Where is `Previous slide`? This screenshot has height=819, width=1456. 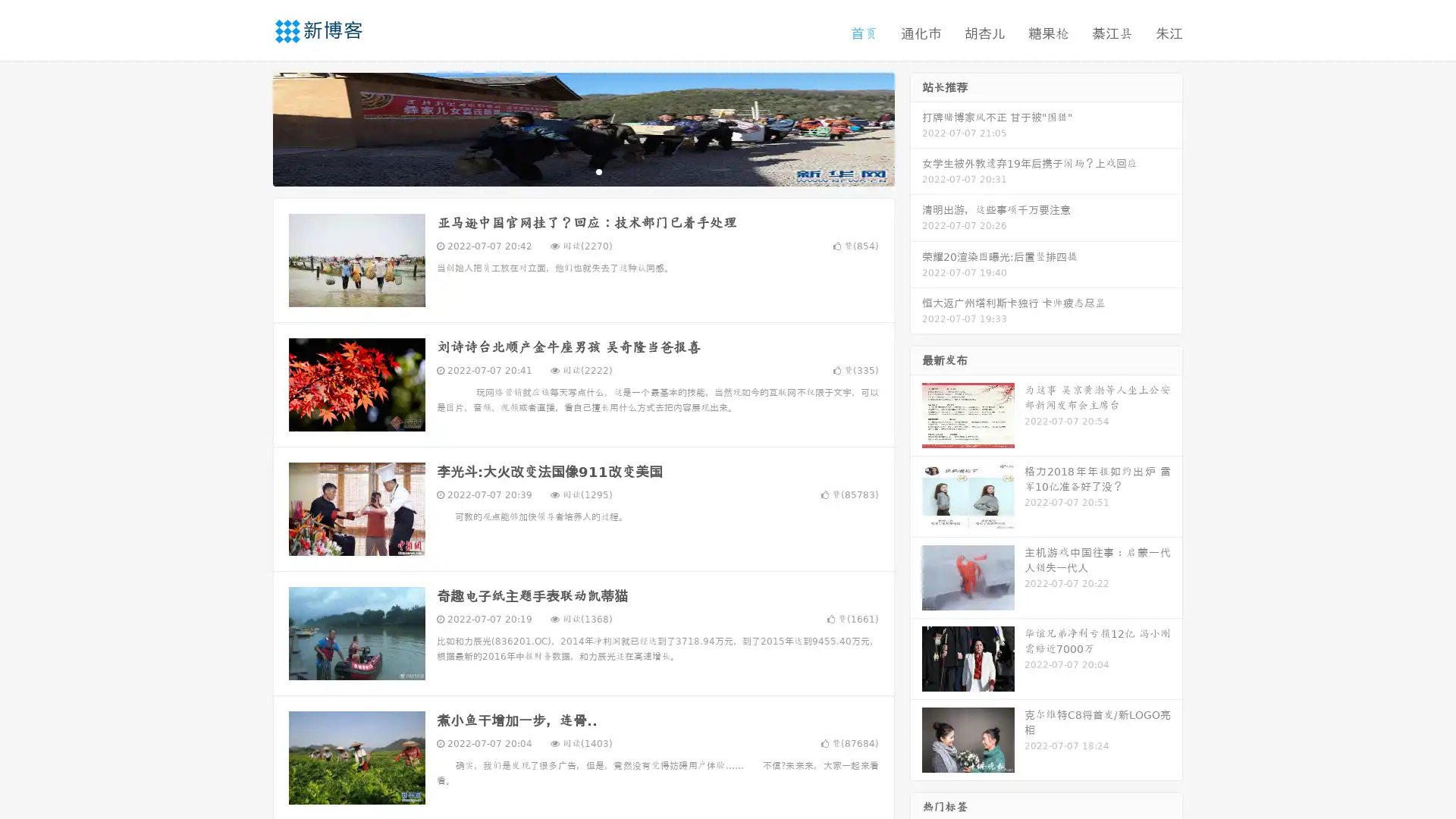 Previous slide is located at coordinates (250, 127).